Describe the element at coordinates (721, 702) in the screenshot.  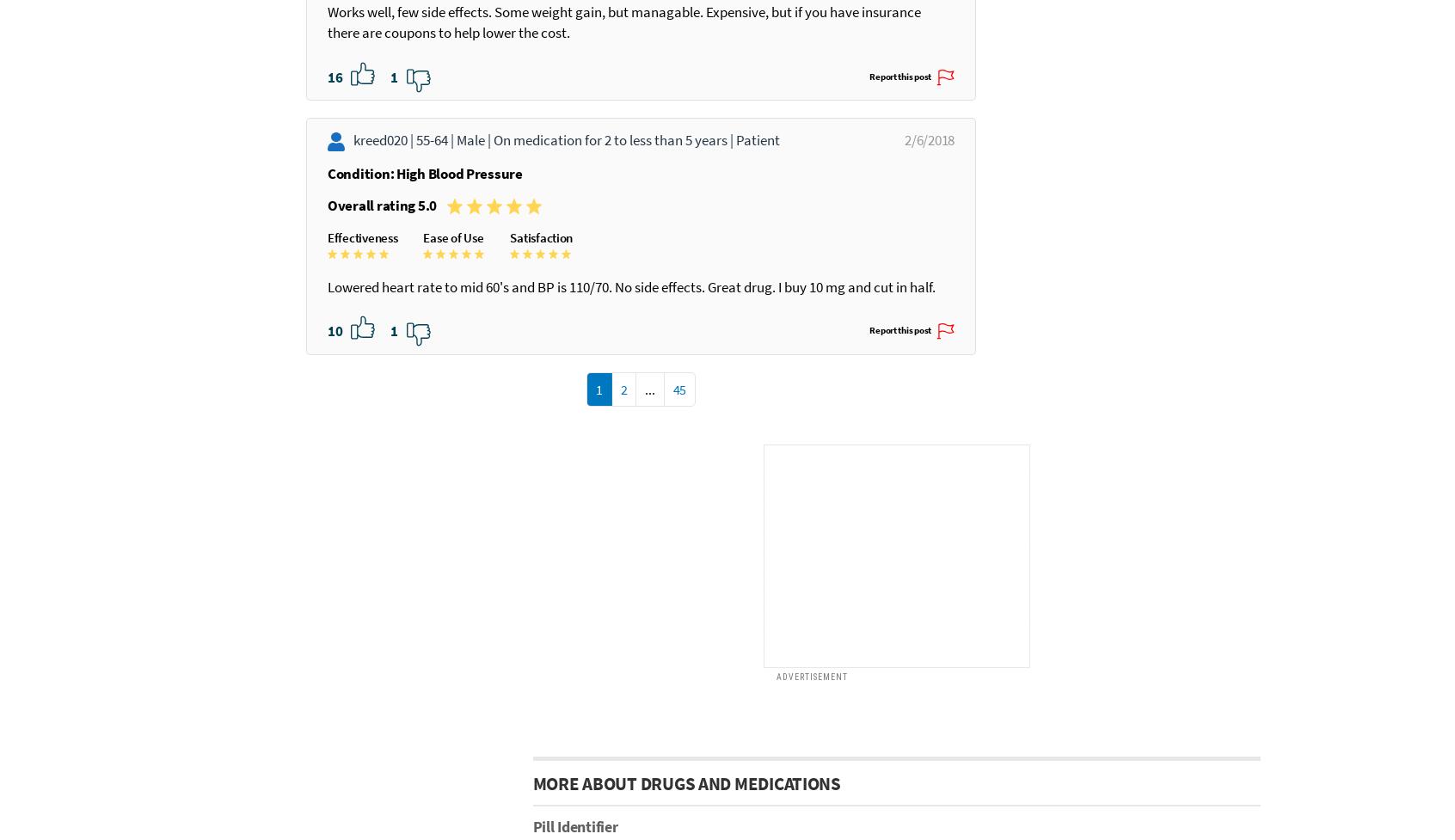
I see `'Symptoms of oHCM'` at that location.